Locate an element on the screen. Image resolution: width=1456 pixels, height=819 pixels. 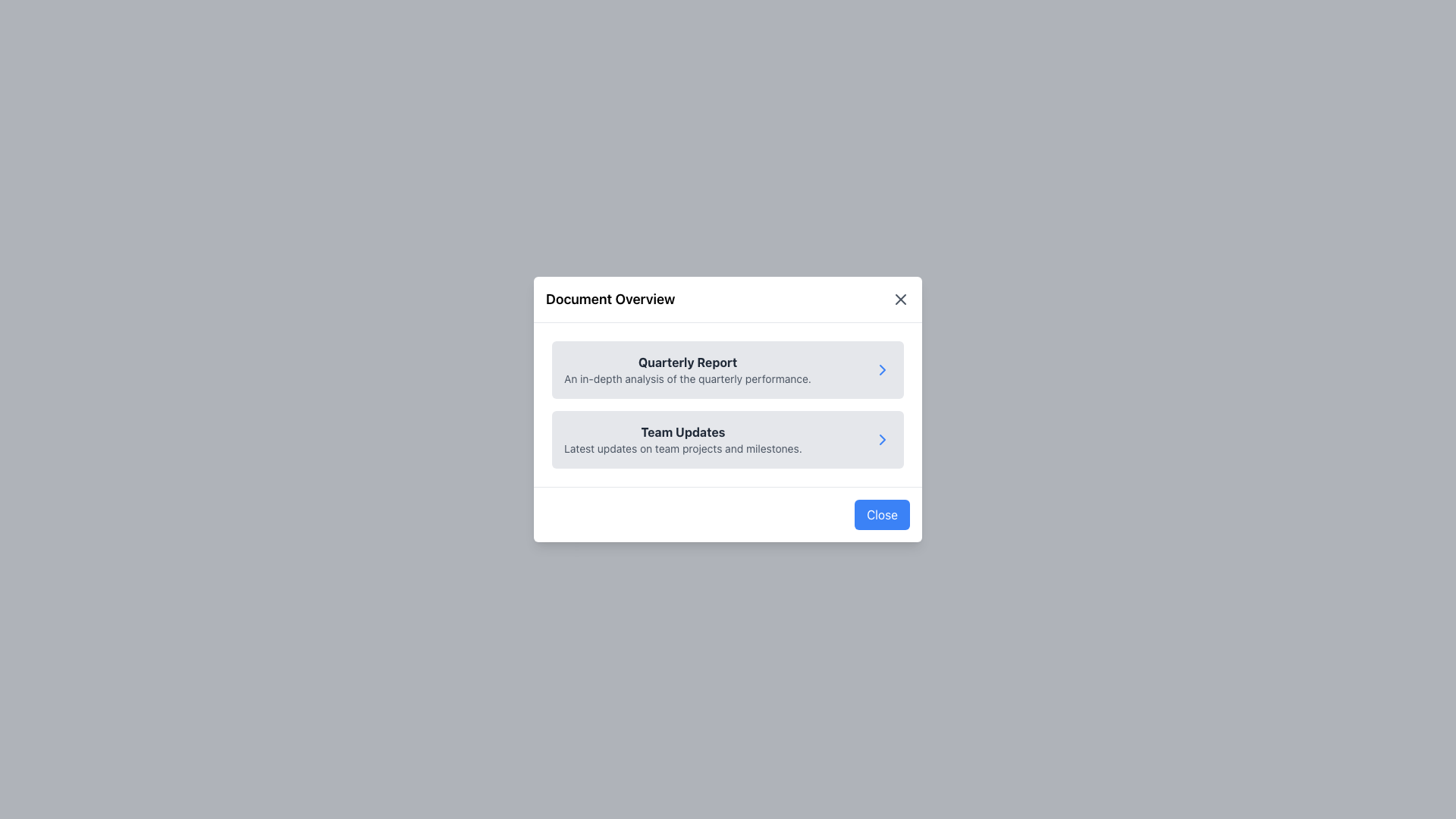
the close button located in the top-right corner of the 'Document Overview' dialog is located at coordinates (901, 299).